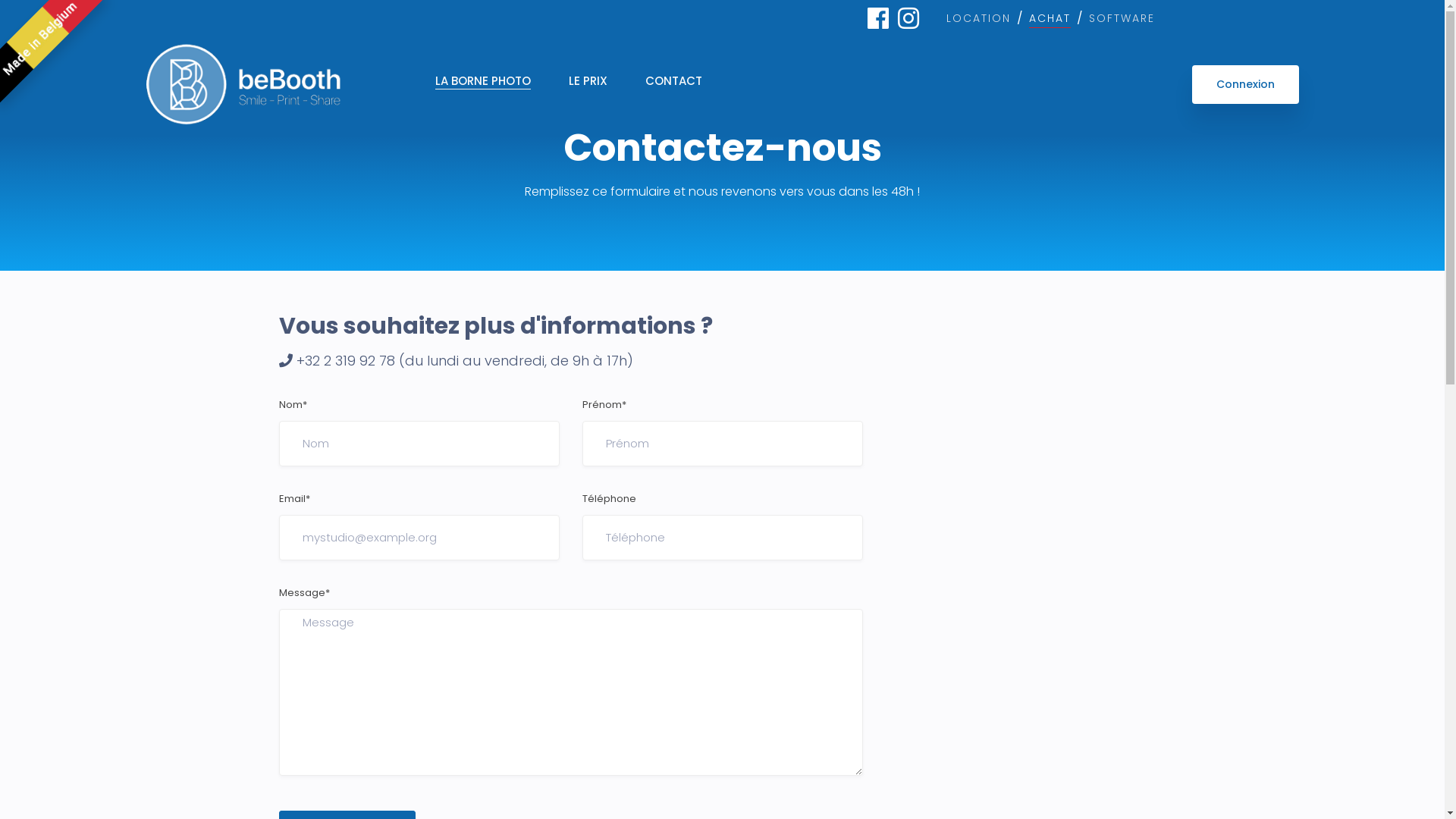 Image resolution: width=1456 pixels, height=819 pixels. What do you see at coordinates (1245, 84) in the screenshot?
I see `'Connexion'` at bounding box center [1245, 84].